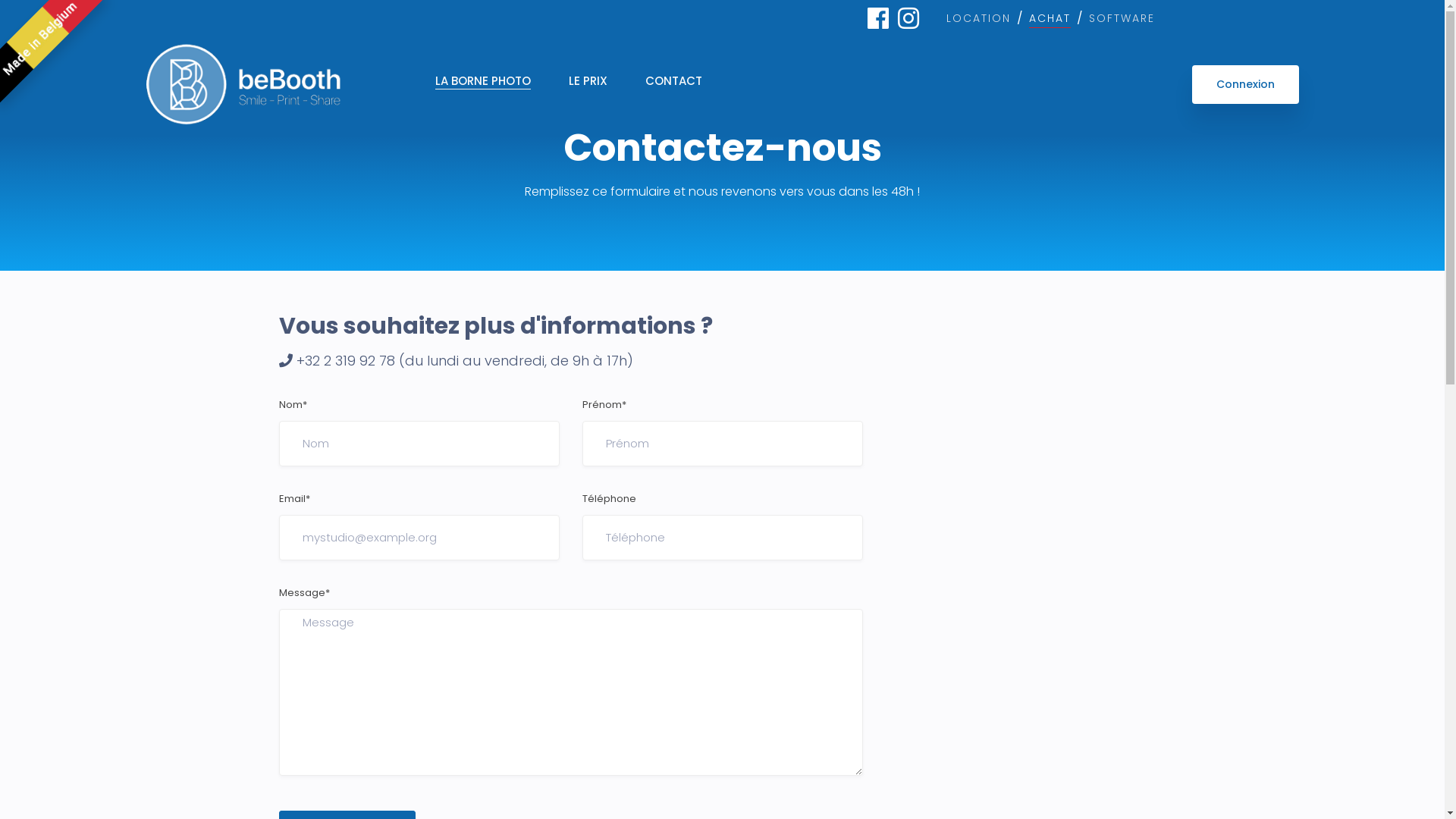 Image resolution: width=1456 pixels, height=819 pixels. What do you see at coordinates (1245, 84) in the screenshot?
I see `'Connexion'` at bounding box center [1245, 84].